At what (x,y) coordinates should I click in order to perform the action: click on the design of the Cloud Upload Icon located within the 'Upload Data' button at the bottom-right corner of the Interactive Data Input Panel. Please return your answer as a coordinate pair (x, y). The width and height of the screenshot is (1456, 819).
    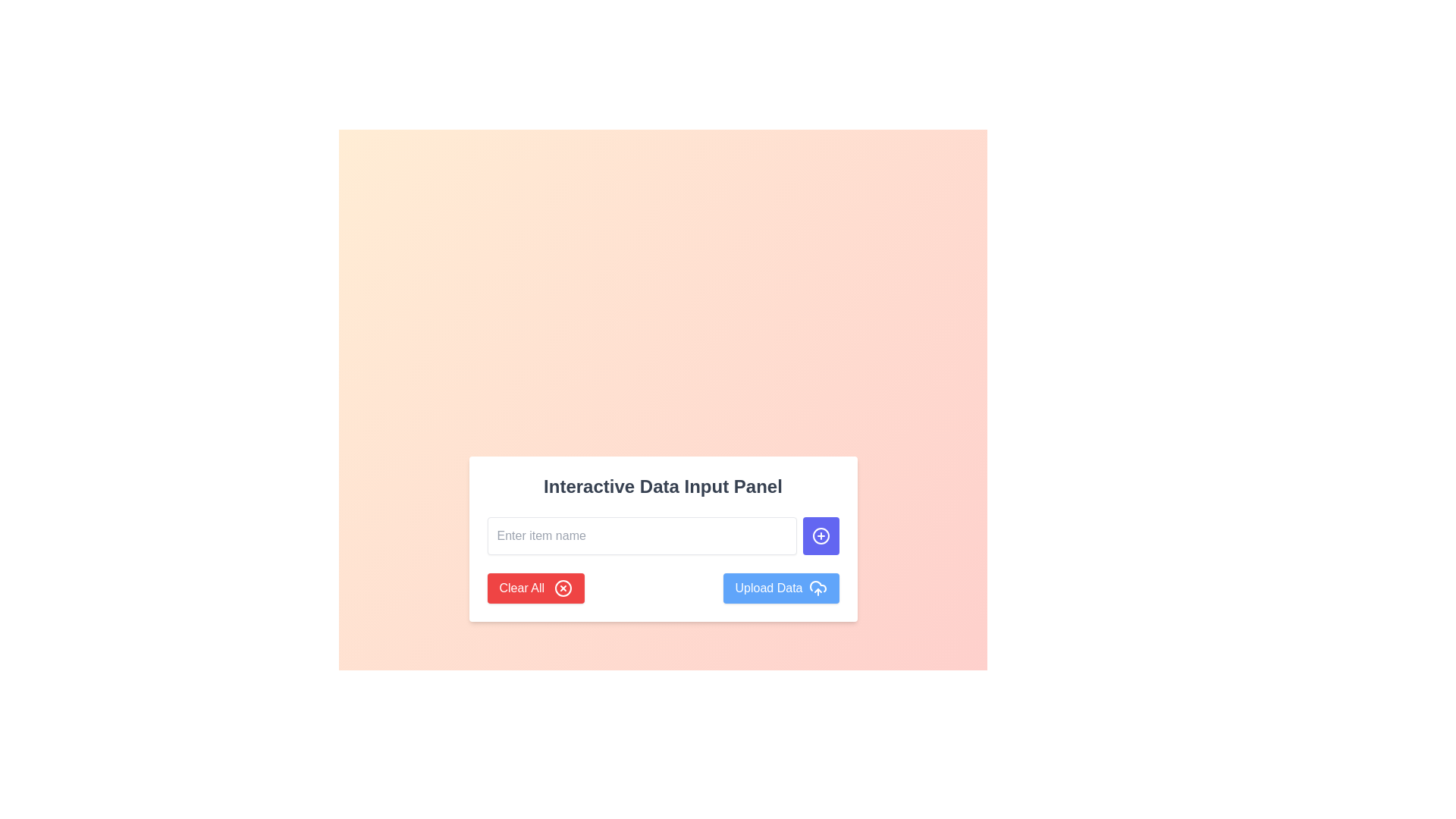
    Looking at the image, I should click on (817, 587).